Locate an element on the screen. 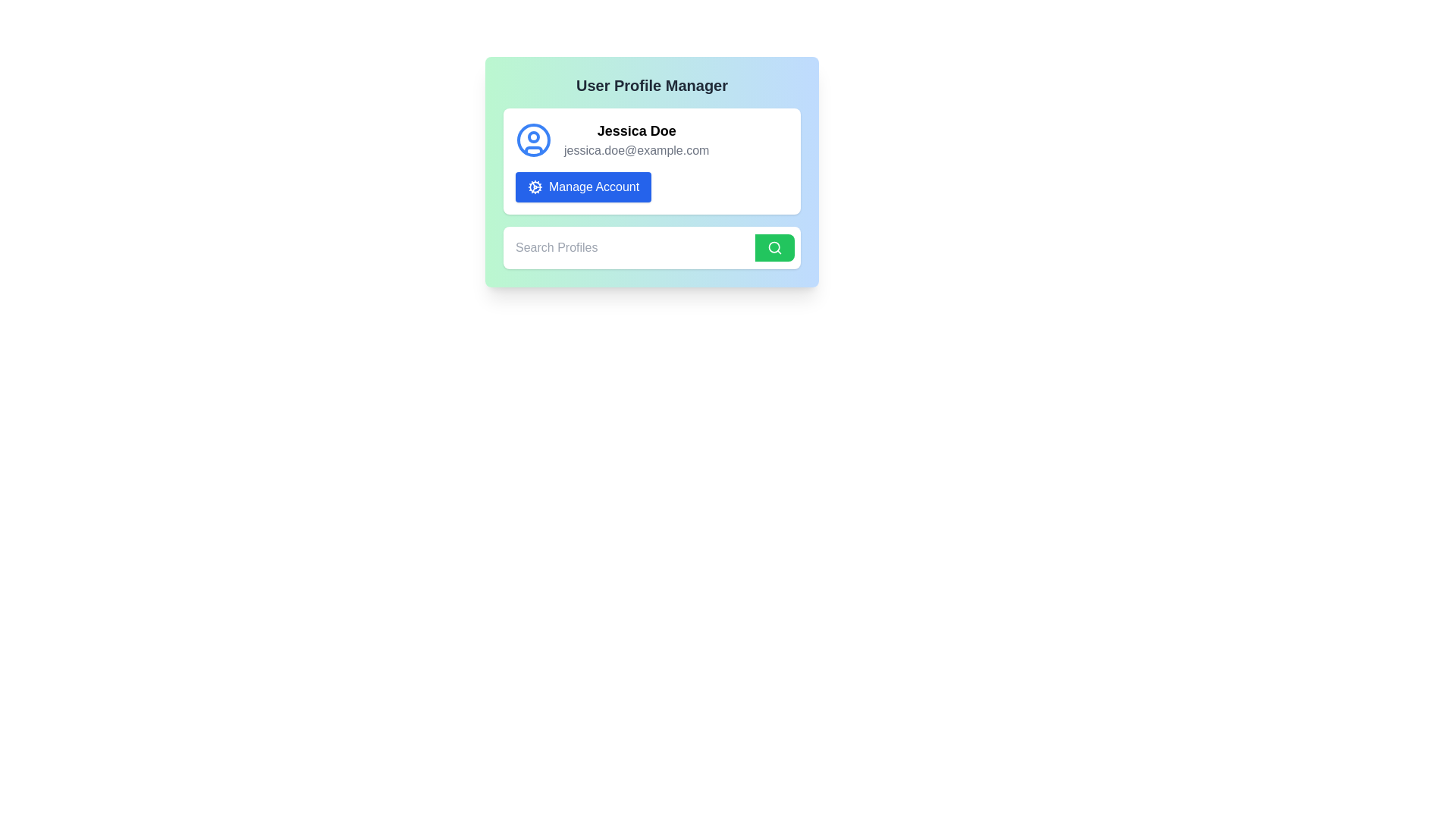 The image size is (1456, 819). the informational text display for 'Jessica Doe' which includes the name and email address, styled in bold and gray respectively, located within a profile card is located at coordinates (636, 140).